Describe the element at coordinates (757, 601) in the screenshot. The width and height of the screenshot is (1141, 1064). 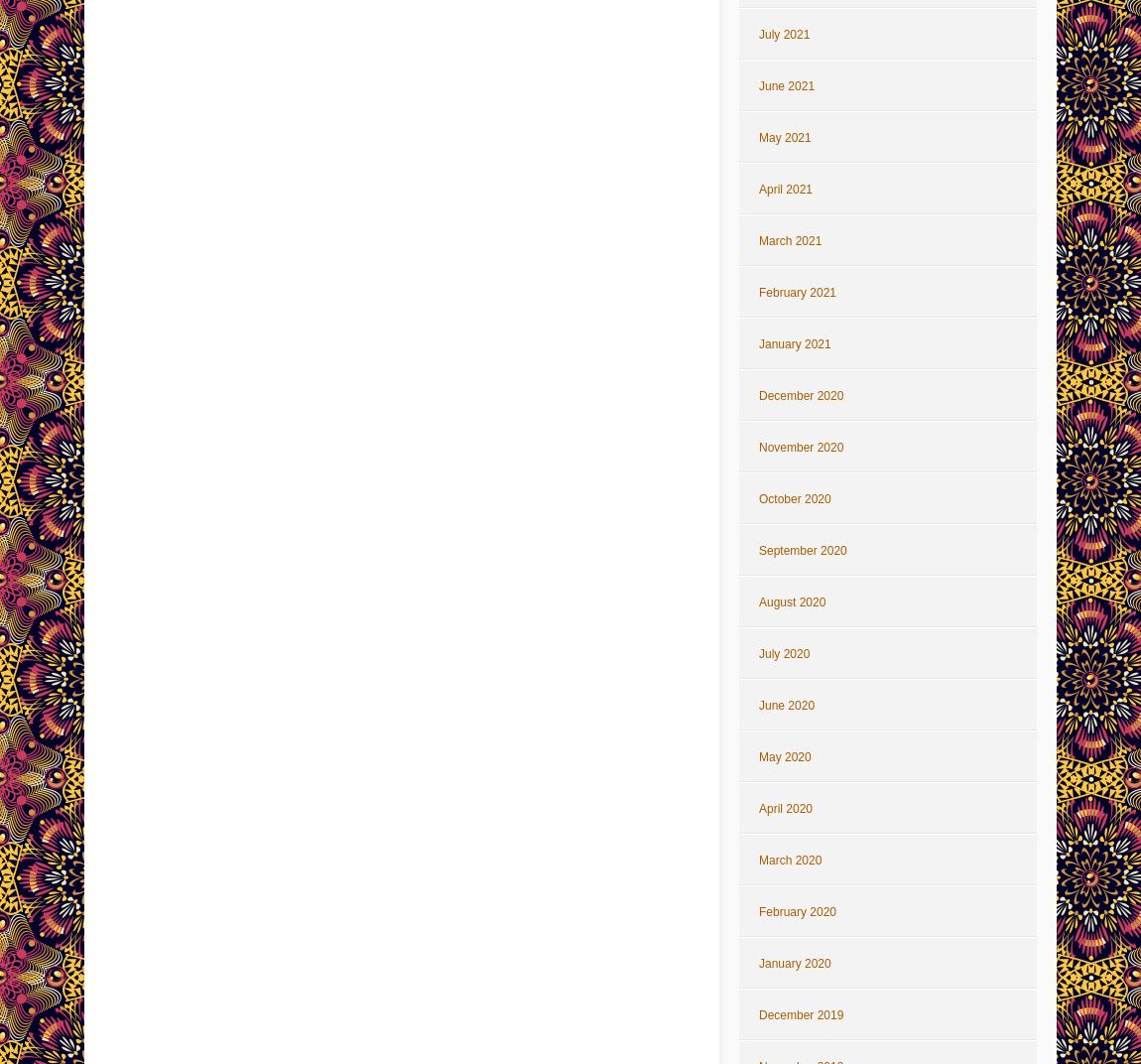
I see `'August 2020'` at that location.